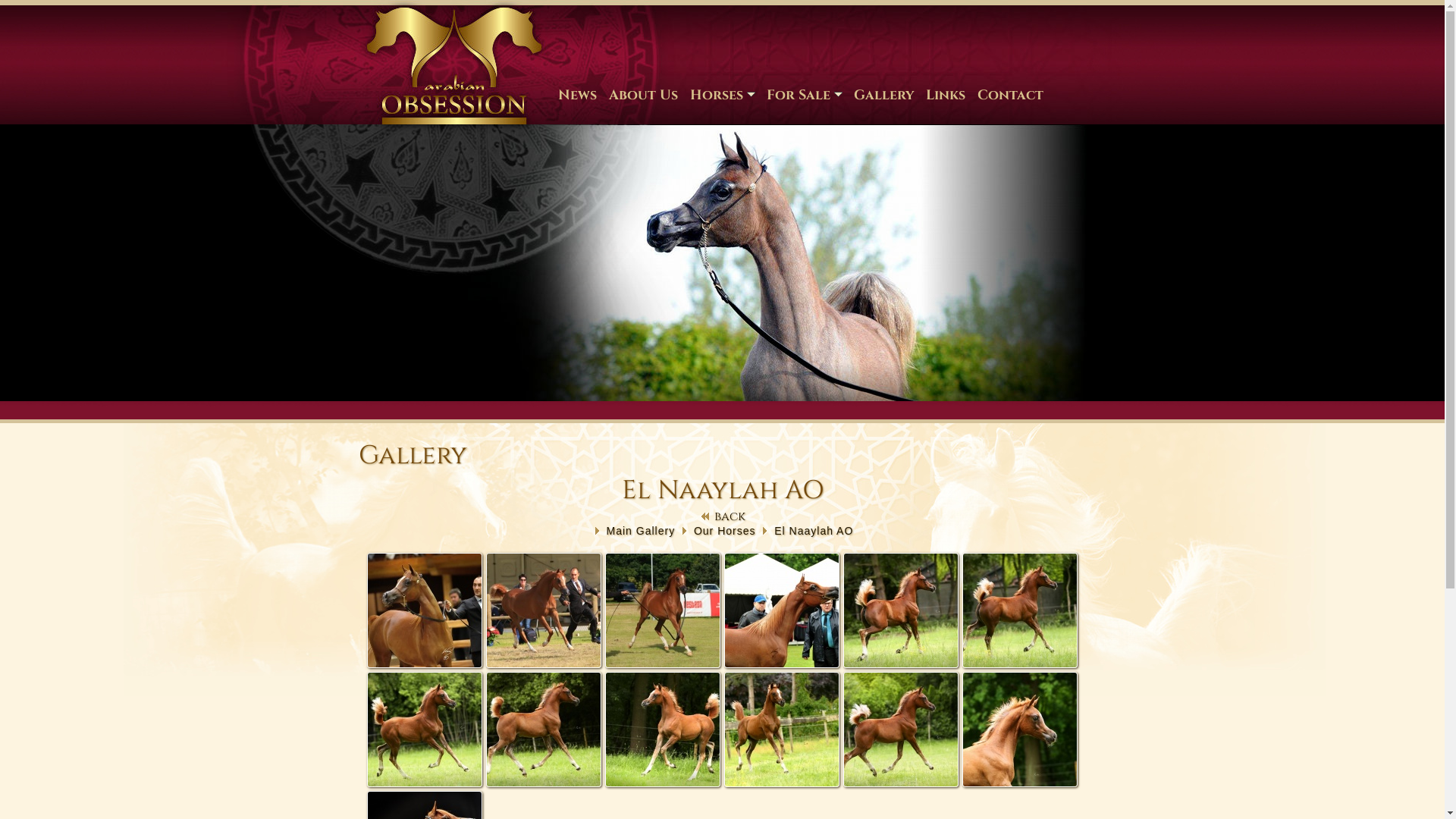 Image resolution: width=1456 pixels, height=819 pixels. Describe the element at coordinates (642, 94) in the screenshot. I see `'About Us'` at that location.